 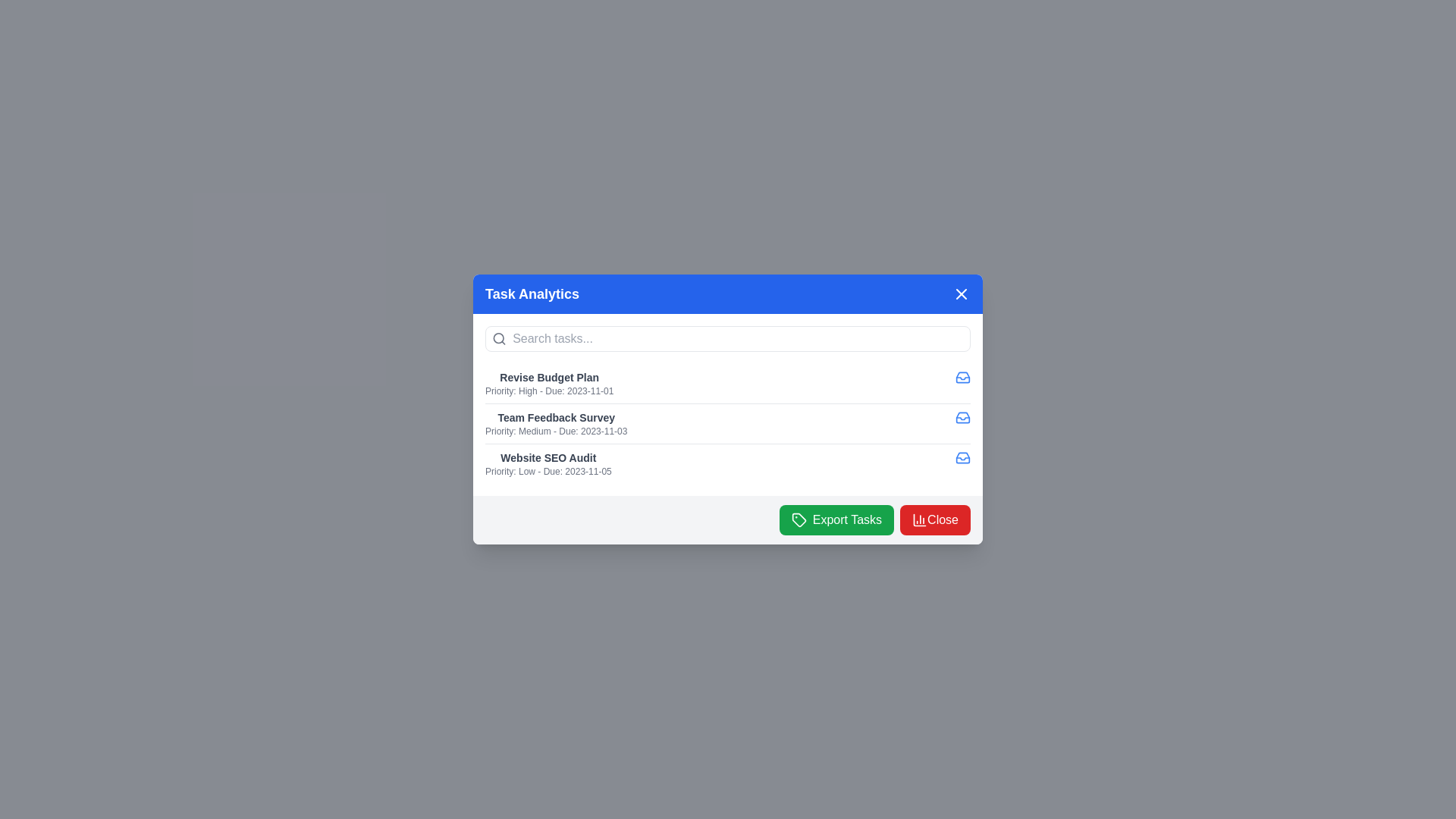 I want to click on the icon located in the second row of the task list, adjacent to the 'Team Feedback Survey', which indicates an action related to downloading or accessing additional details, so click(x=962, y=376).